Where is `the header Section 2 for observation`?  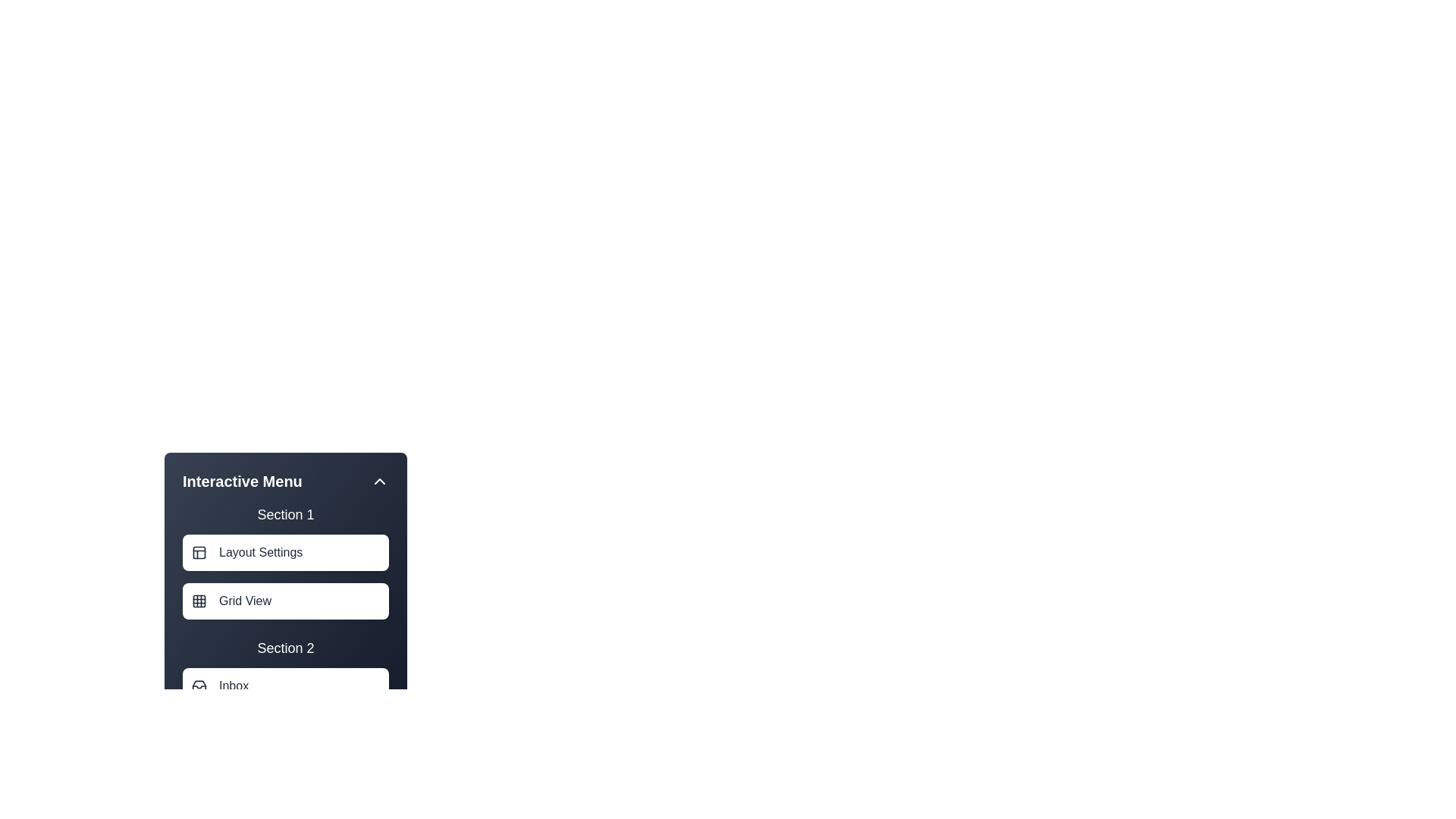
the header Section 2 for observation is located at coordinates (286, 648).